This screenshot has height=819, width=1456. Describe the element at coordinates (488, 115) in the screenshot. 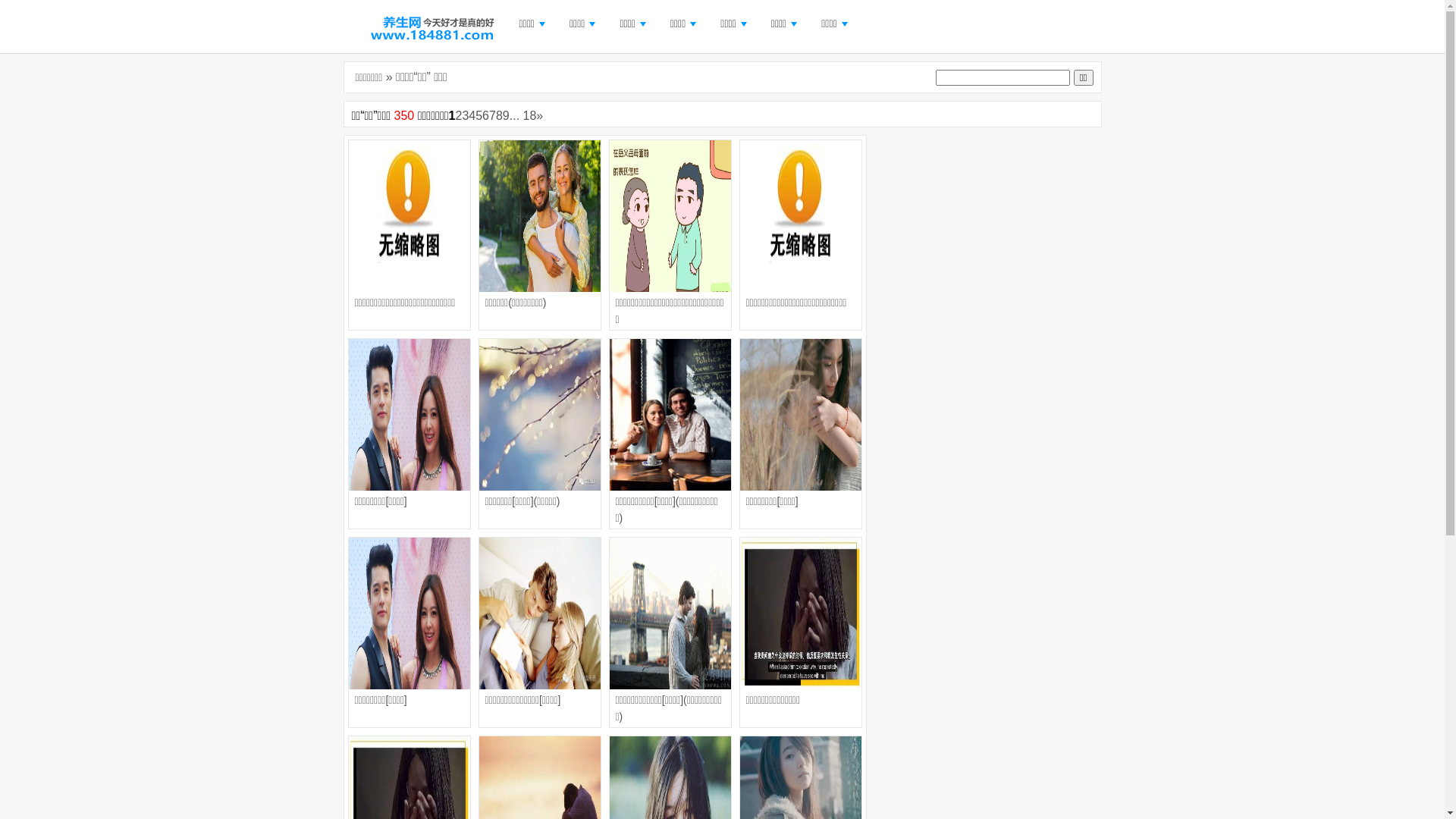

I see `'7'` at that location.